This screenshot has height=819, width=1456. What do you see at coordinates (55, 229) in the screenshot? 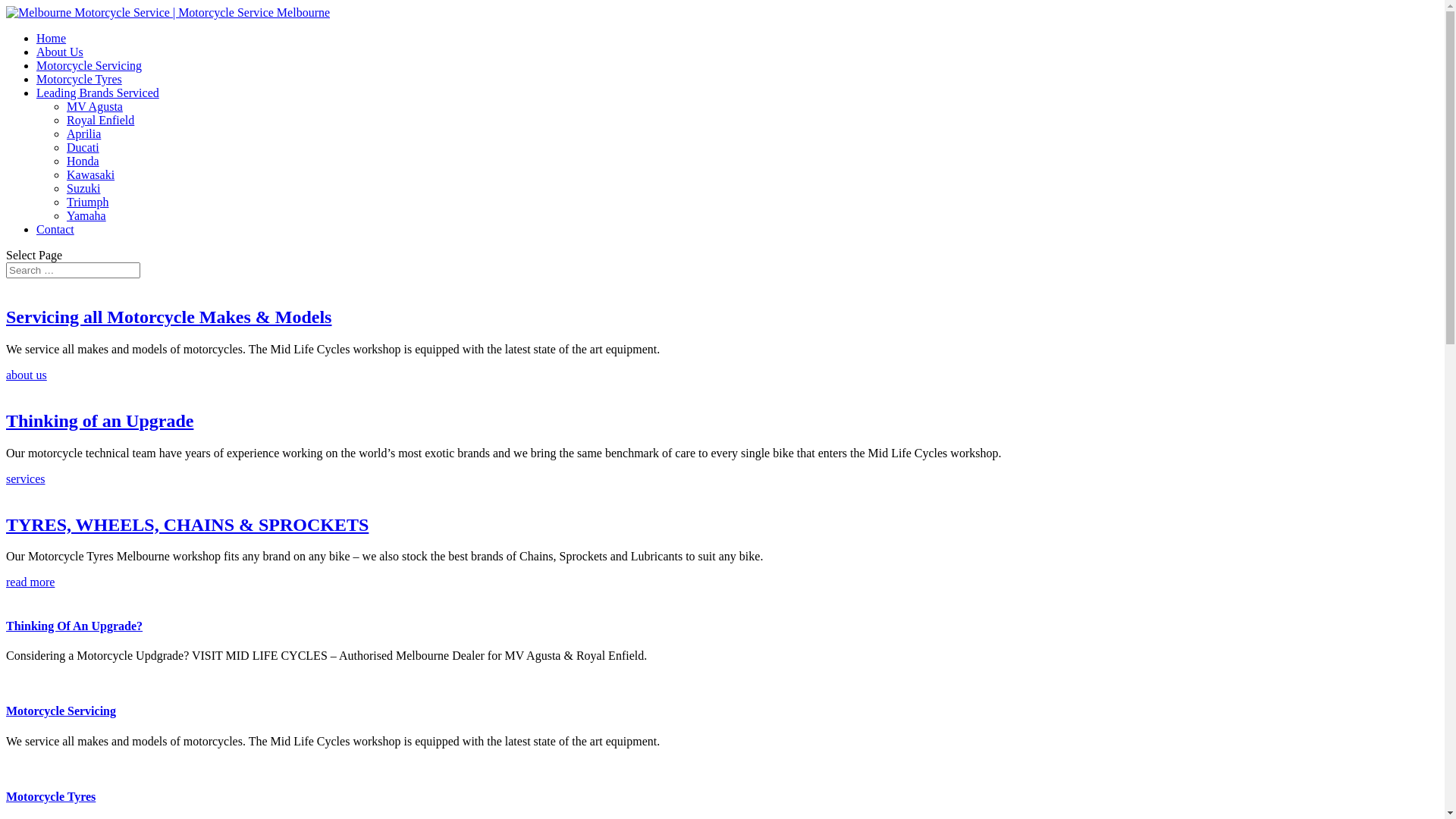
I see `'Contact'` at bounding box center [55, 229].